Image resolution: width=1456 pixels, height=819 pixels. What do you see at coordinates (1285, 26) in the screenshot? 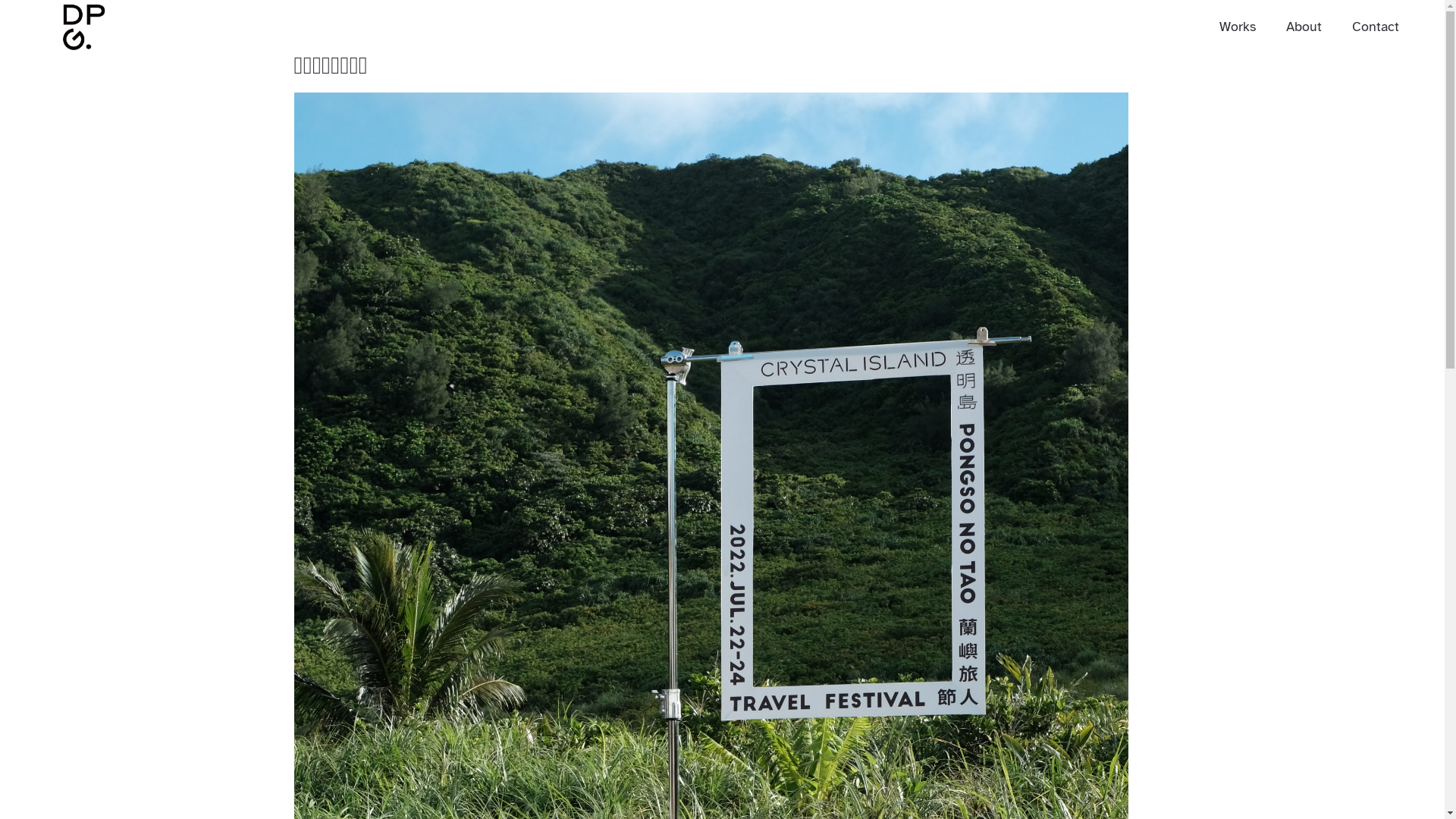
I see `'About'` at bounding box center [1285, 26].